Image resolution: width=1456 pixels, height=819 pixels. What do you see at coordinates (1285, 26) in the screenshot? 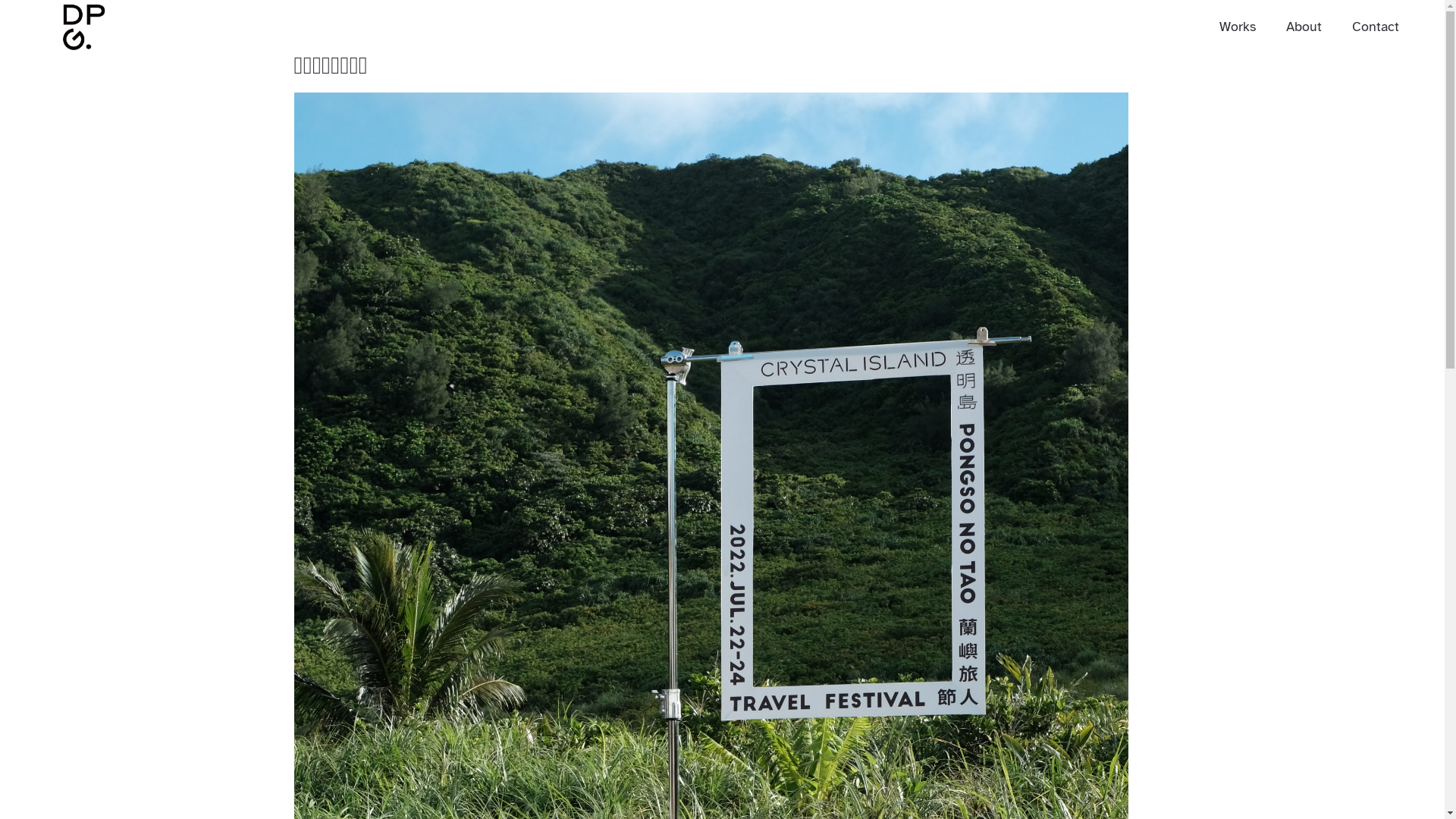
I see `'About'` at bounding box center [1285, 26].